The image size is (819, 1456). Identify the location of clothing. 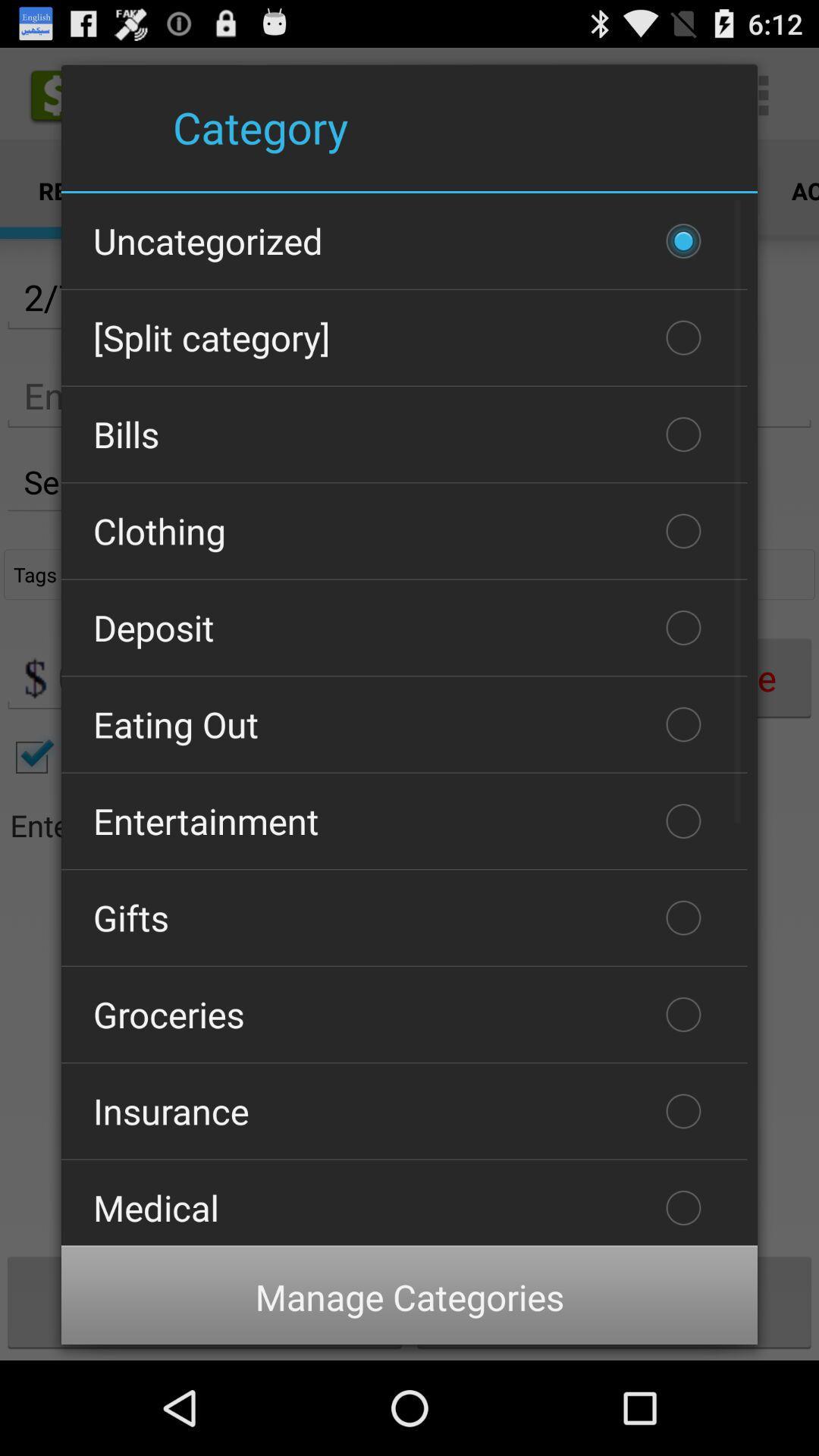
(403, 531).